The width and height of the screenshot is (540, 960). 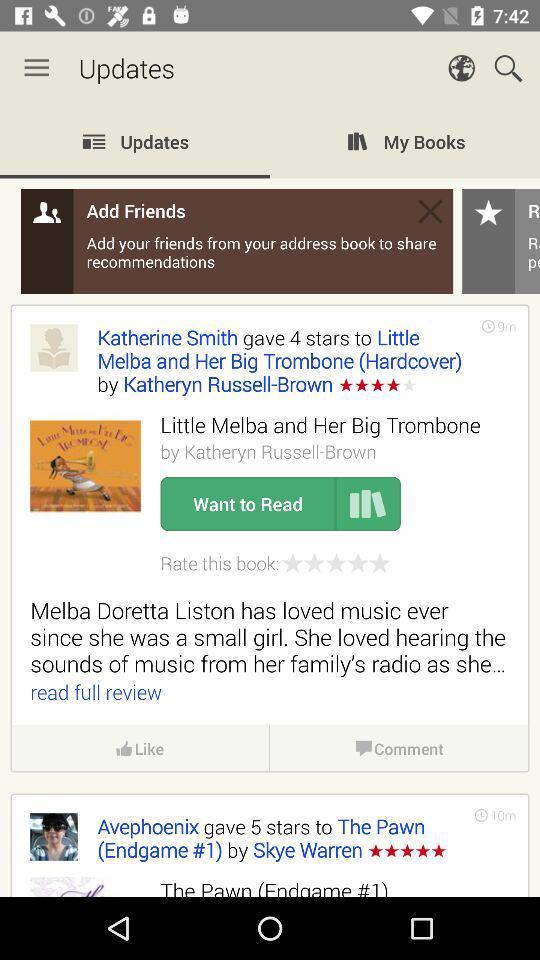 I want to click on icon below the melba doretta liston, so click(x=502, y=815).